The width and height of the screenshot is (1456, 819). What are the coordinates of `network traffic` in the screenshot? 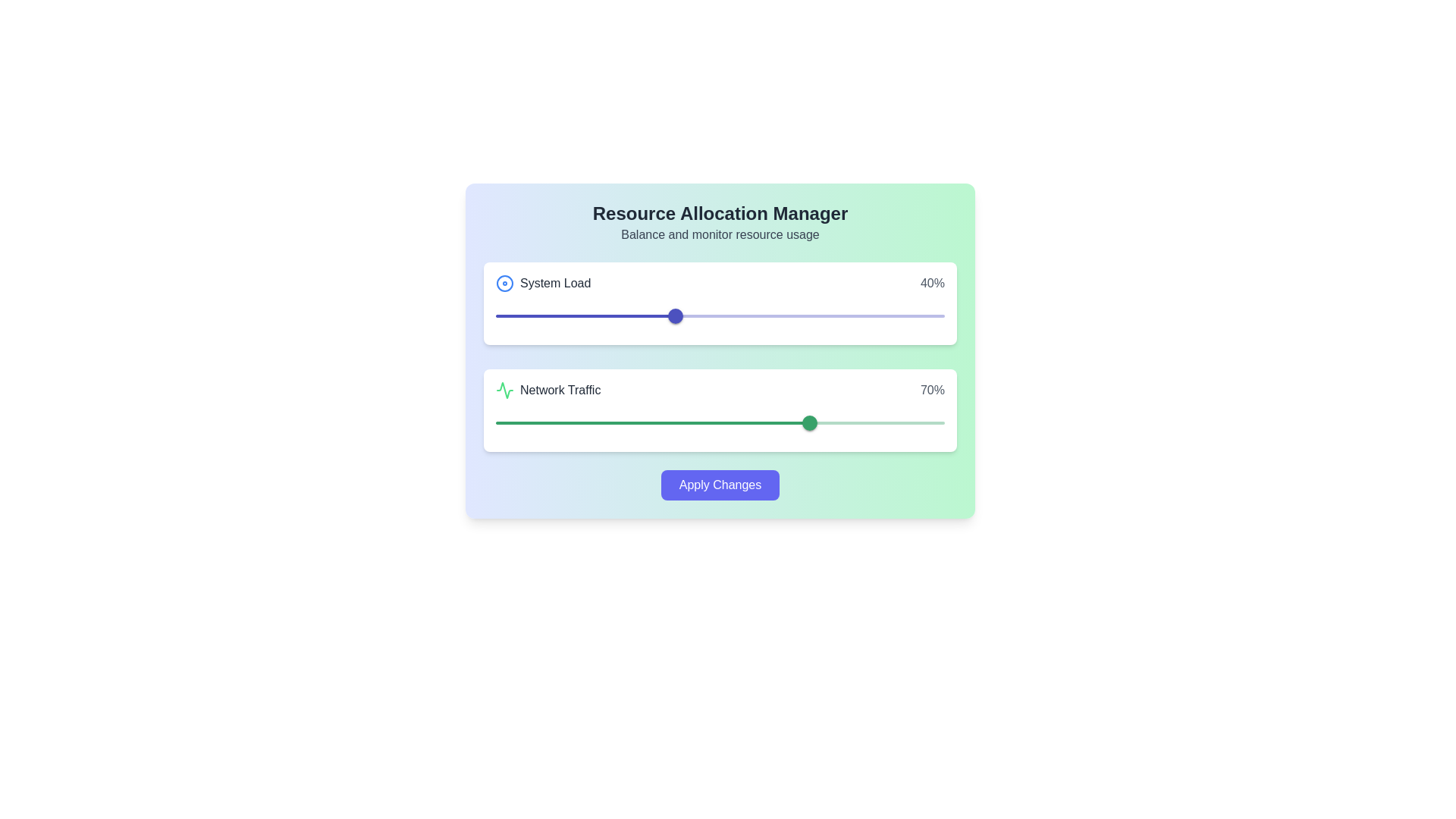 It's located at (598, 423).